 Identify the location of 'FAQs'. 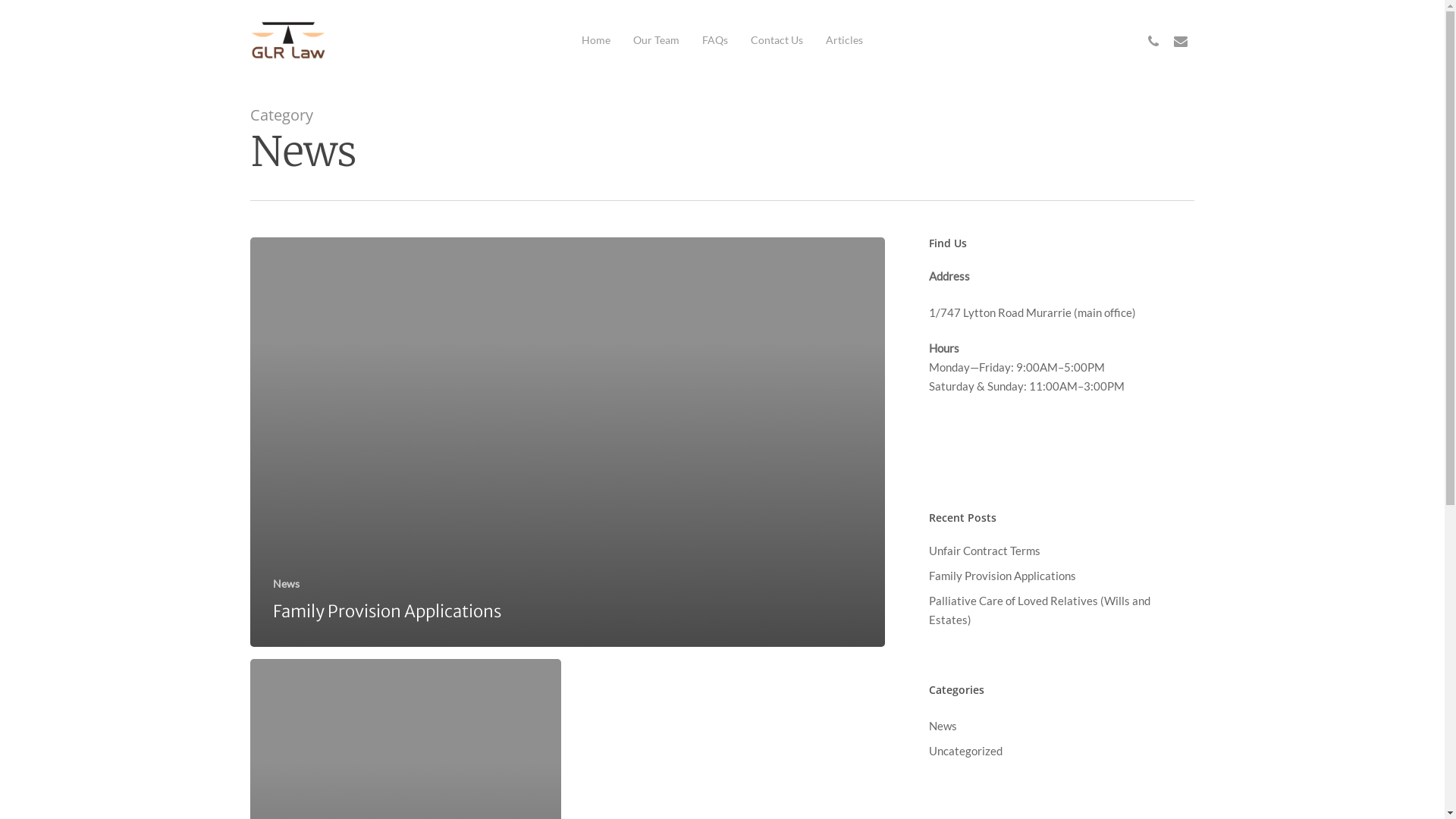
(714, 39).